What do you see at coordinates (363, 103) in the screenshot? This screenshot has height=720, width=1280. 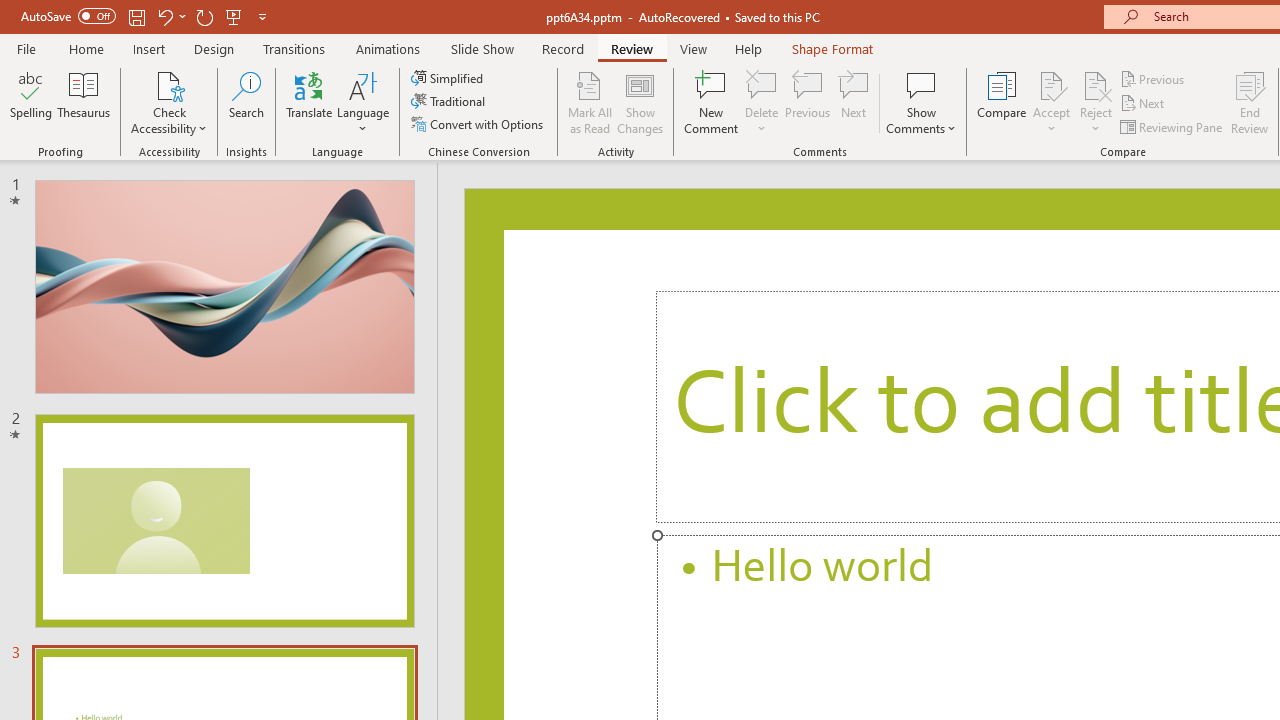 I see `'Language'` at bounding box center [363, 103].